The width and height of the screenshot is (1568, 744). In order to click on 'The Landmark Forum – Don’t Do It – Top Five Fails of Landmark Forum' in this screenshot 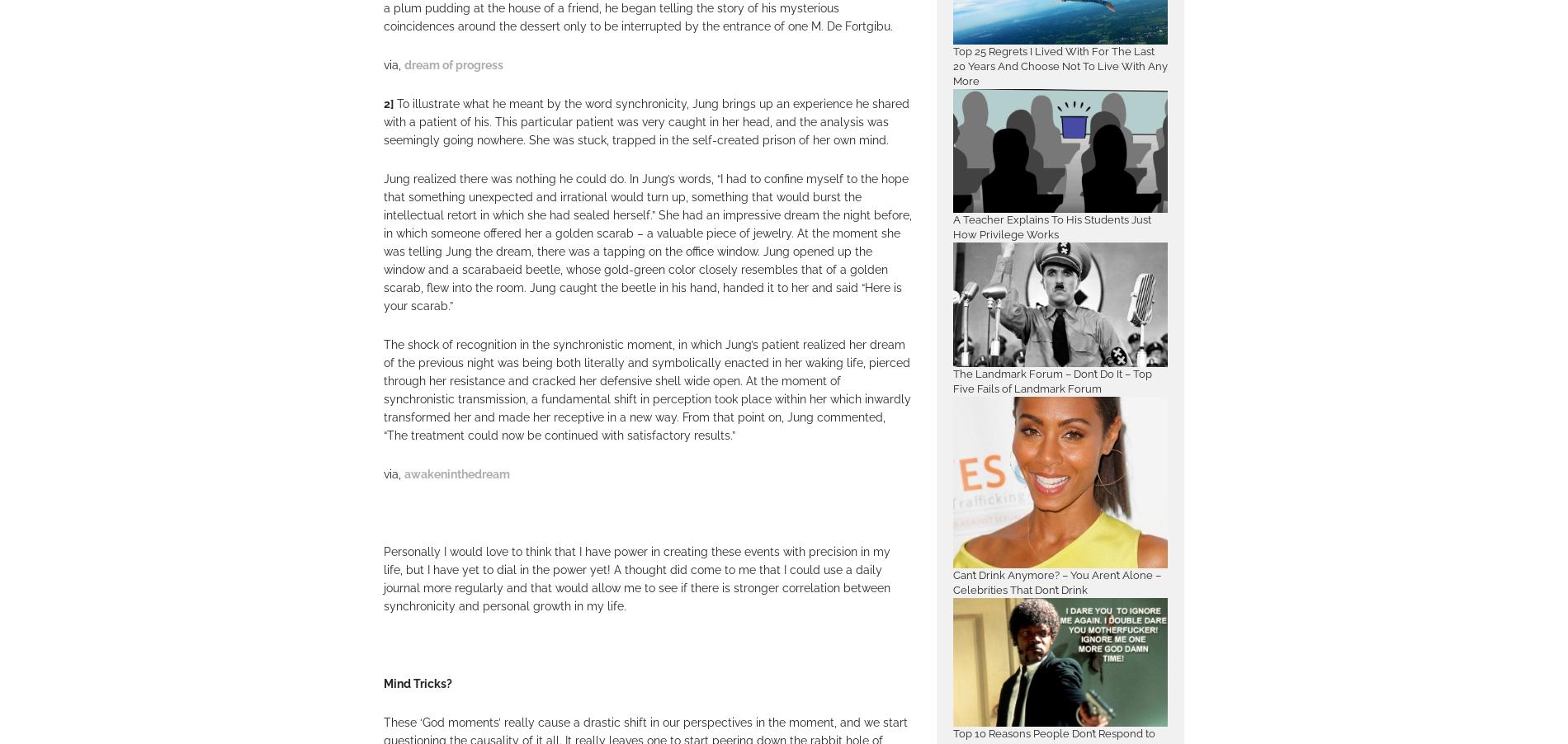, I will do `click(1051, 379)`.